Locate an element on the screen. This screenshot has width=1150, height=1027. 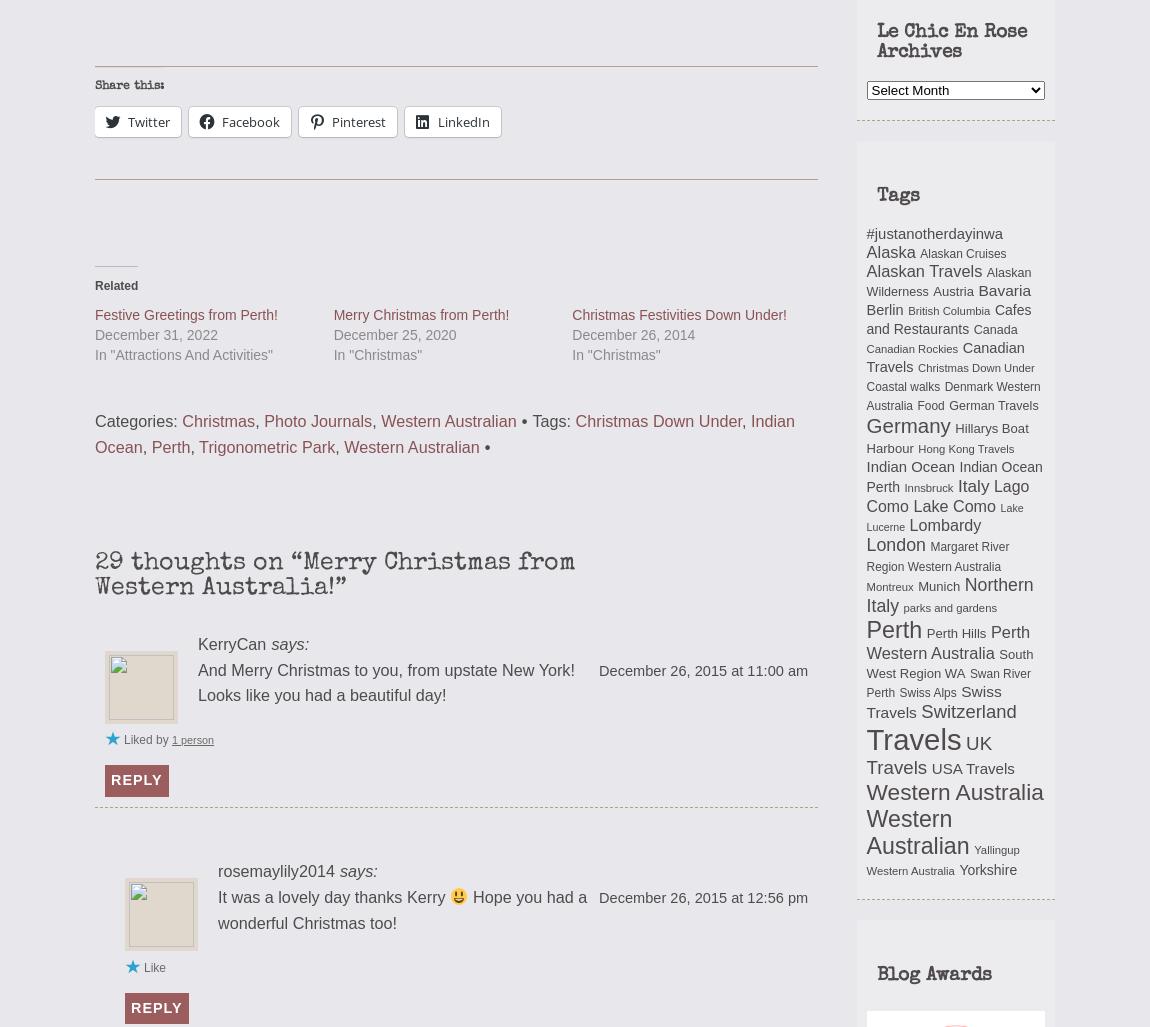
'Share this:' is located at coordinates (128, 85).